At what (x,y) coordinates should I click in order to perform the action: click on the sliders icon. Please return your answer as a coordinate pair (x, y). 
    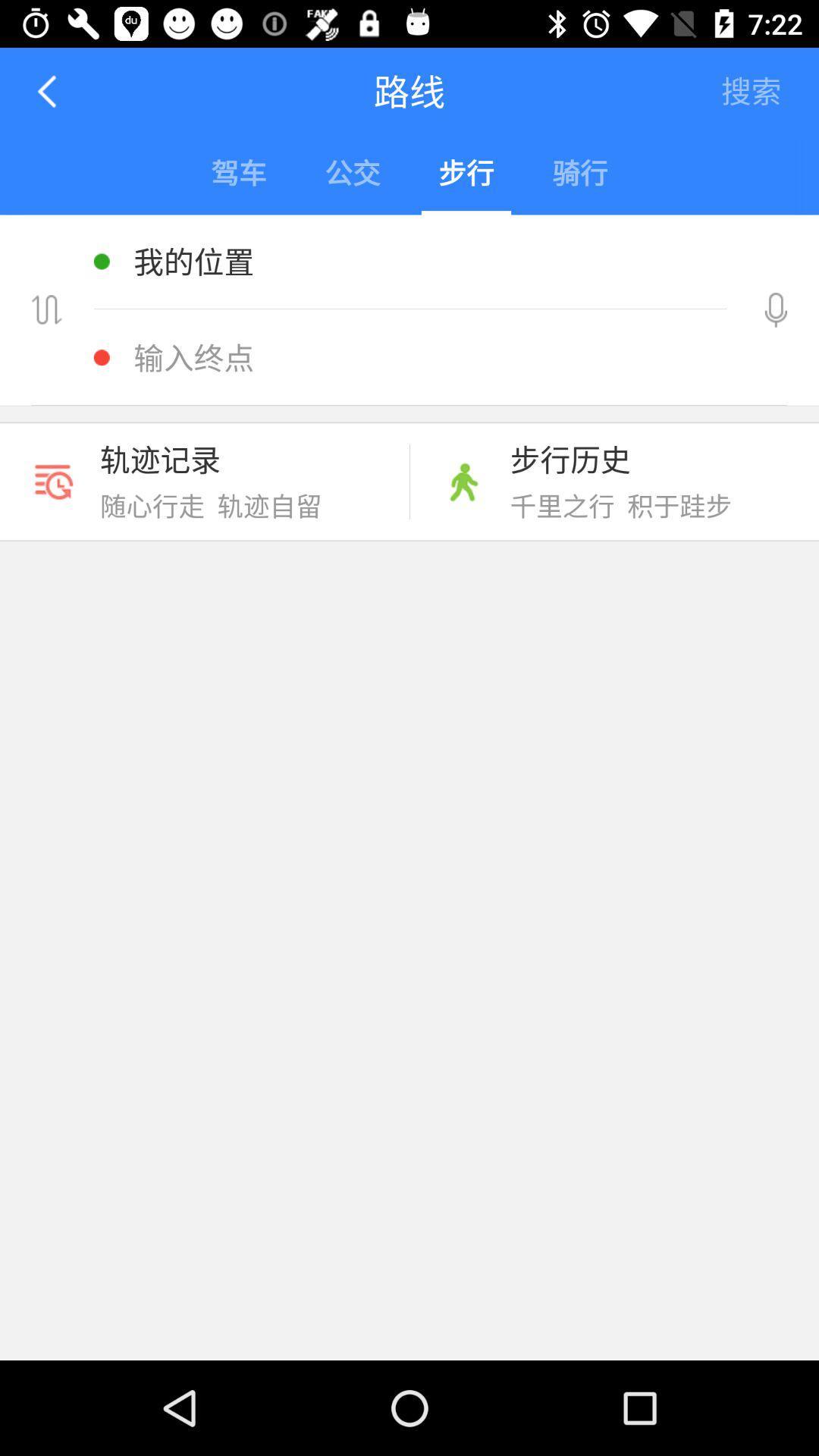
    Looking at the image, I should click on (45, 309).